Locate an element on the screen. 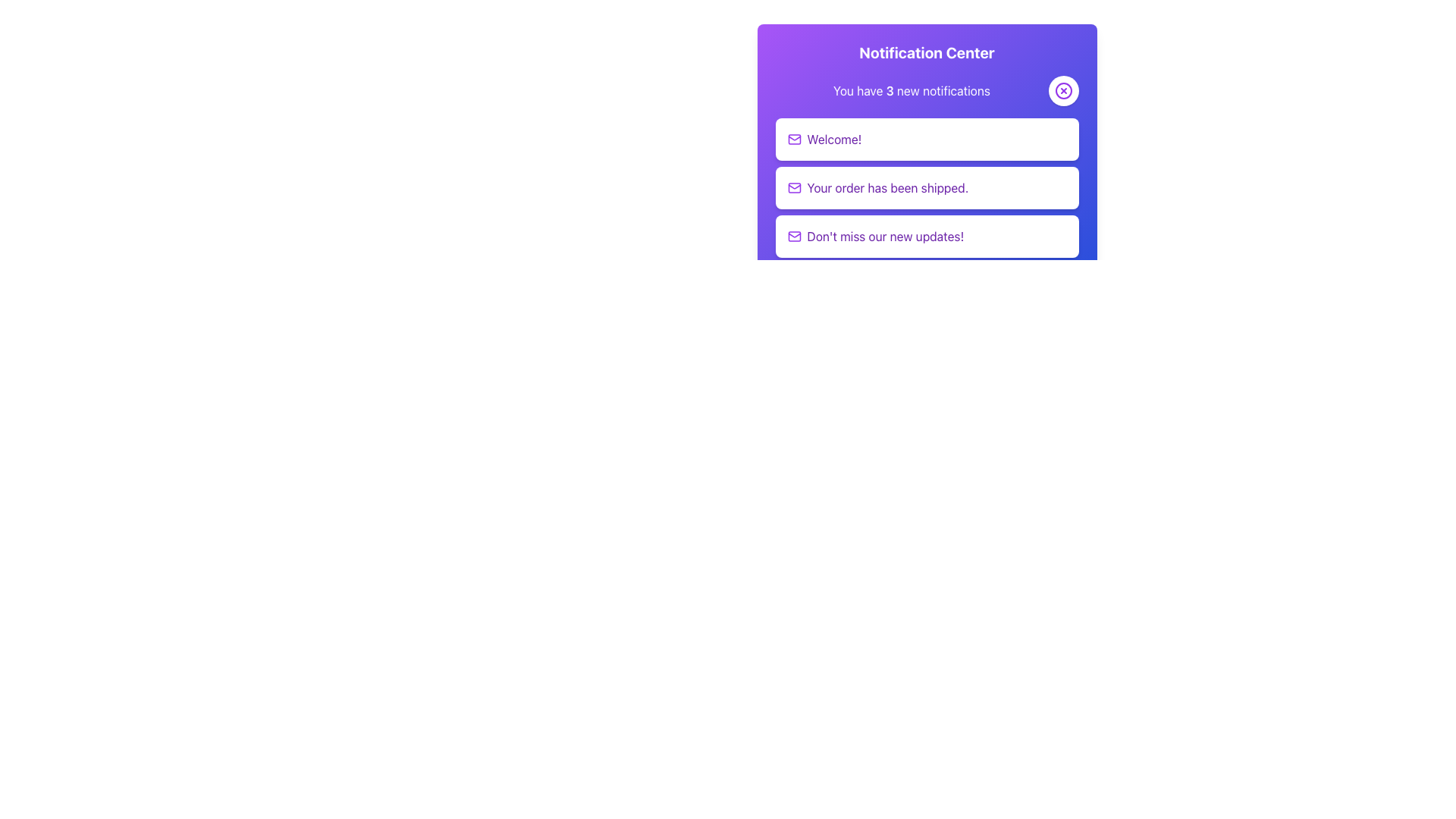 The height and width of the screenshot is (819, 1456). the third notification message in the notification panel that reads "Don't miss our new updates!" is located at coordinates (926, 237).